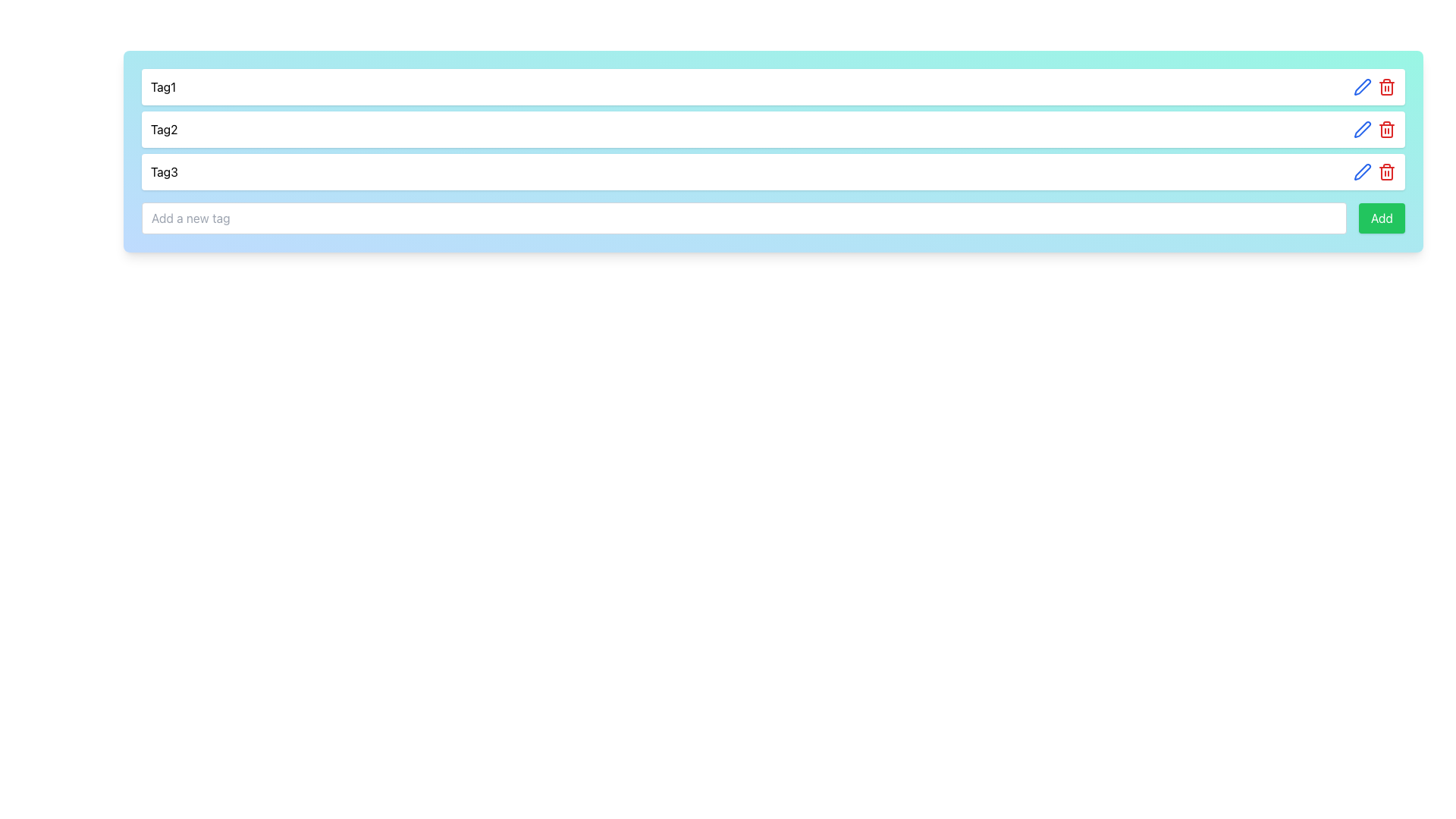  I want to click on the button to add a new tag, so click(1382, 218).